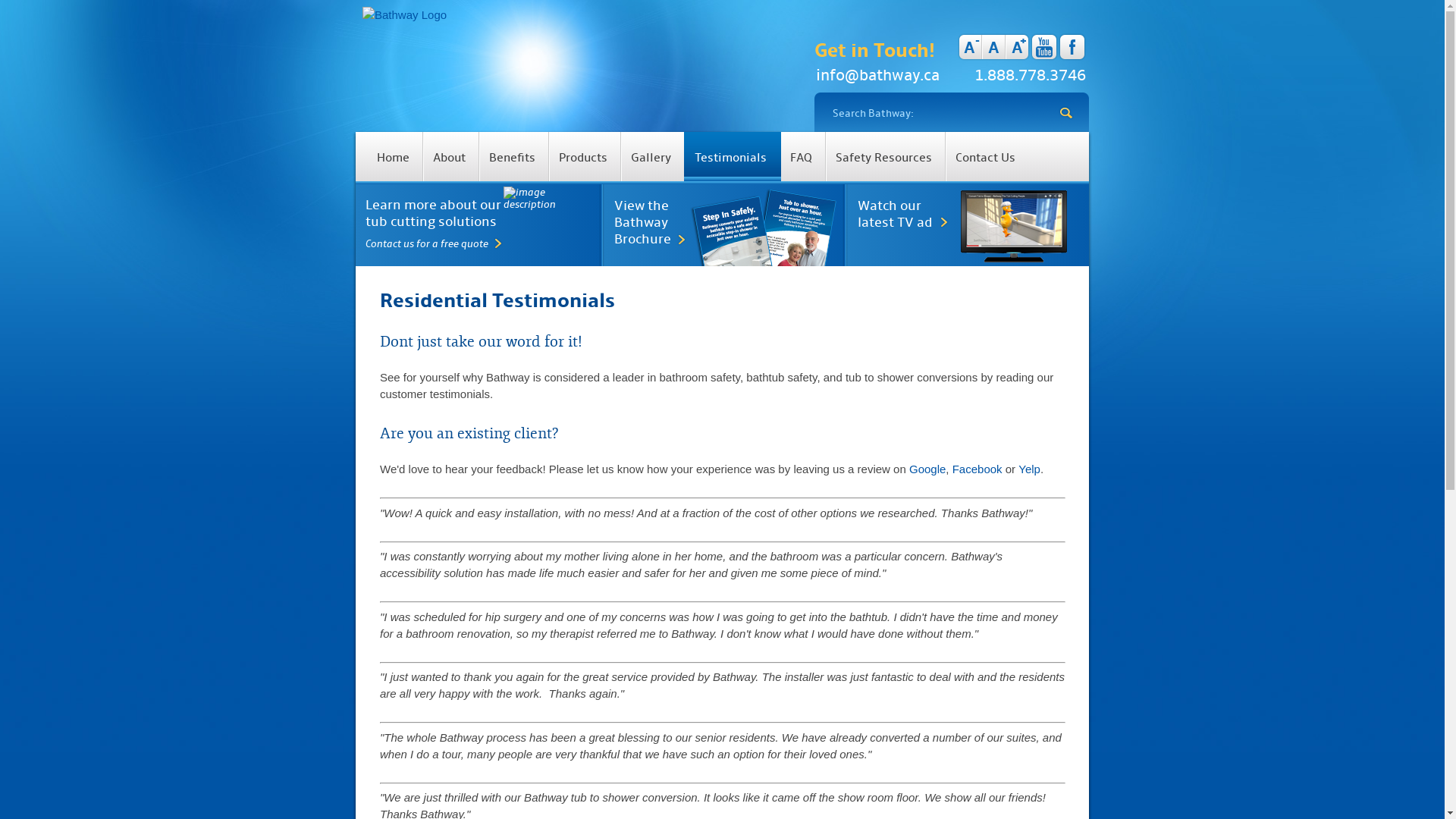  What do you see at coordinates (1029, 468) in the screenshot?
I see `'Yelp'` at bounding box center [1029, 468].